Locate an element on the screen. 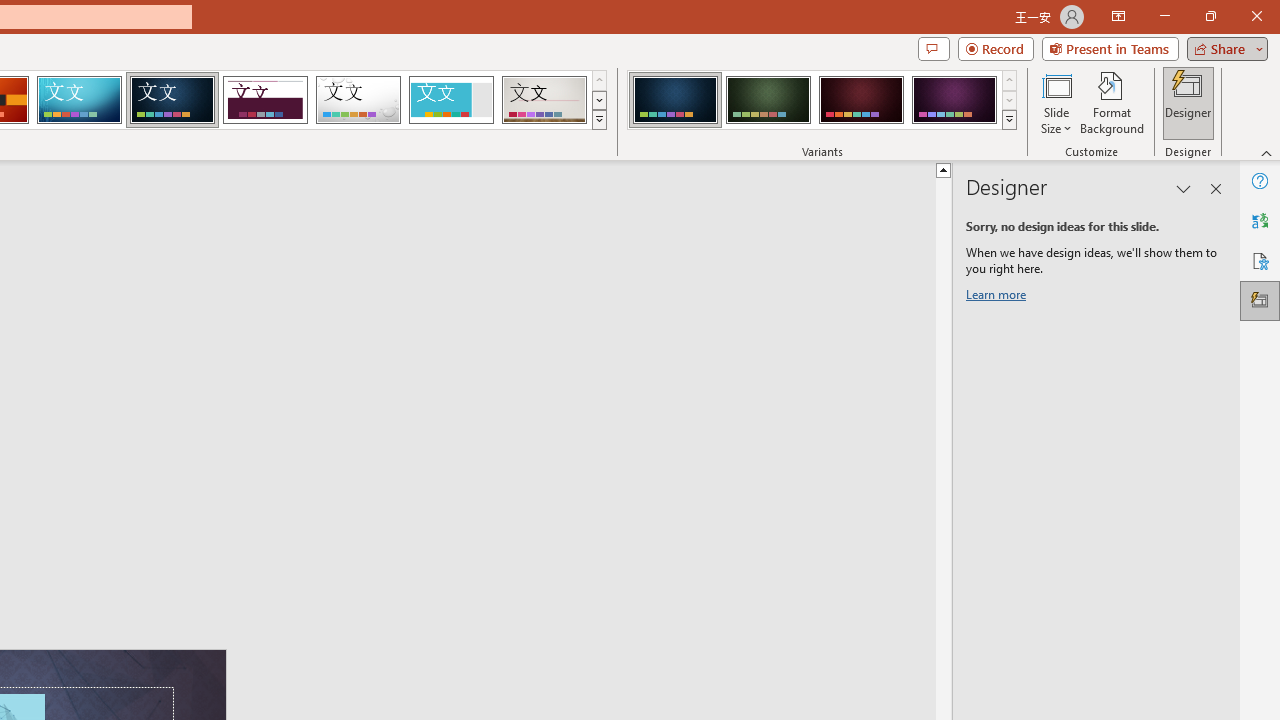  'Gallery' is located at coordinates (544, 100).